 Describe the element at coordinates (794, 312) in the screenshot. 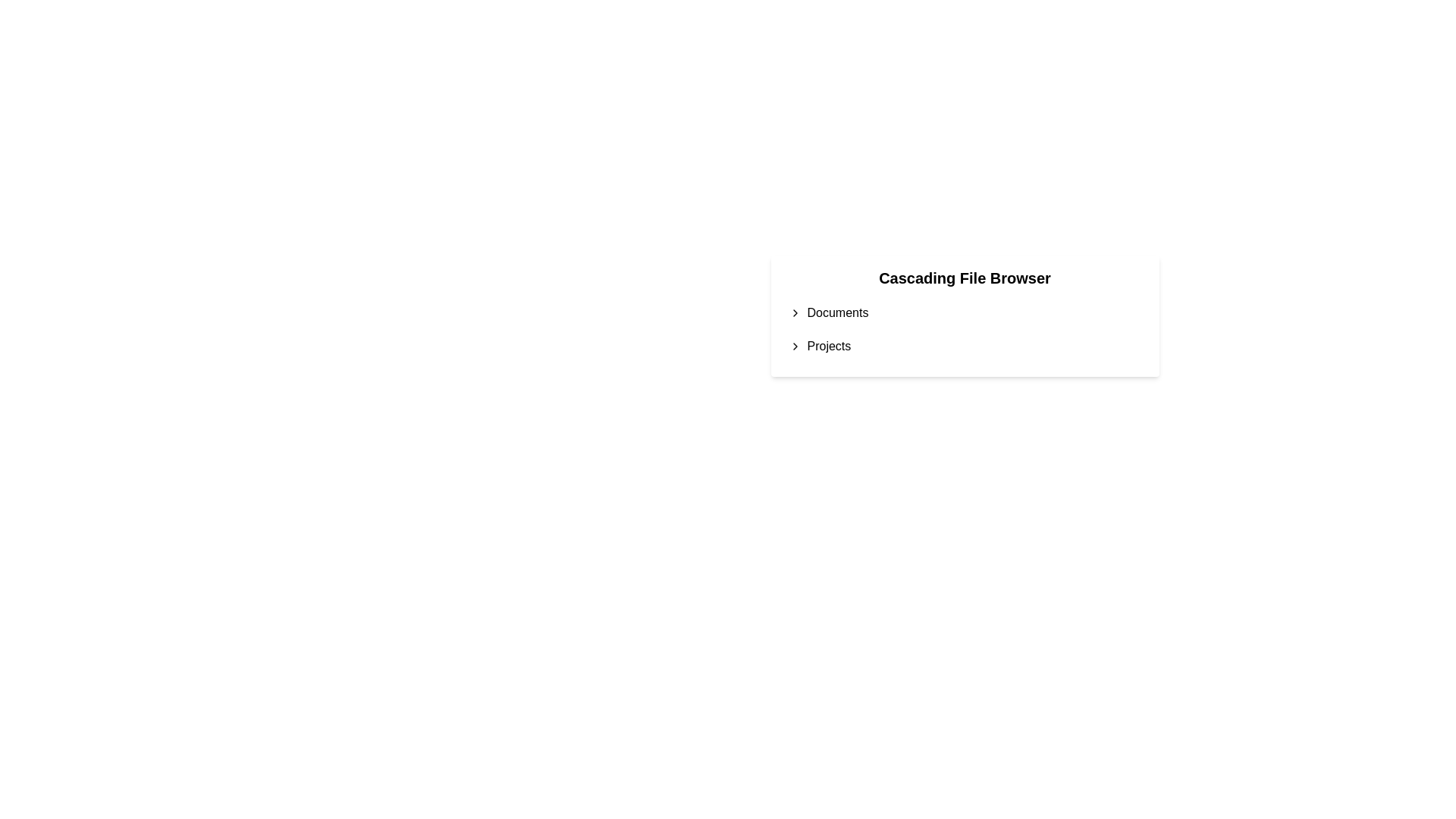

I see `the Chevron Icon located in the 'Documents' section, which indicates the presence of a submenu or additional content` at that location.